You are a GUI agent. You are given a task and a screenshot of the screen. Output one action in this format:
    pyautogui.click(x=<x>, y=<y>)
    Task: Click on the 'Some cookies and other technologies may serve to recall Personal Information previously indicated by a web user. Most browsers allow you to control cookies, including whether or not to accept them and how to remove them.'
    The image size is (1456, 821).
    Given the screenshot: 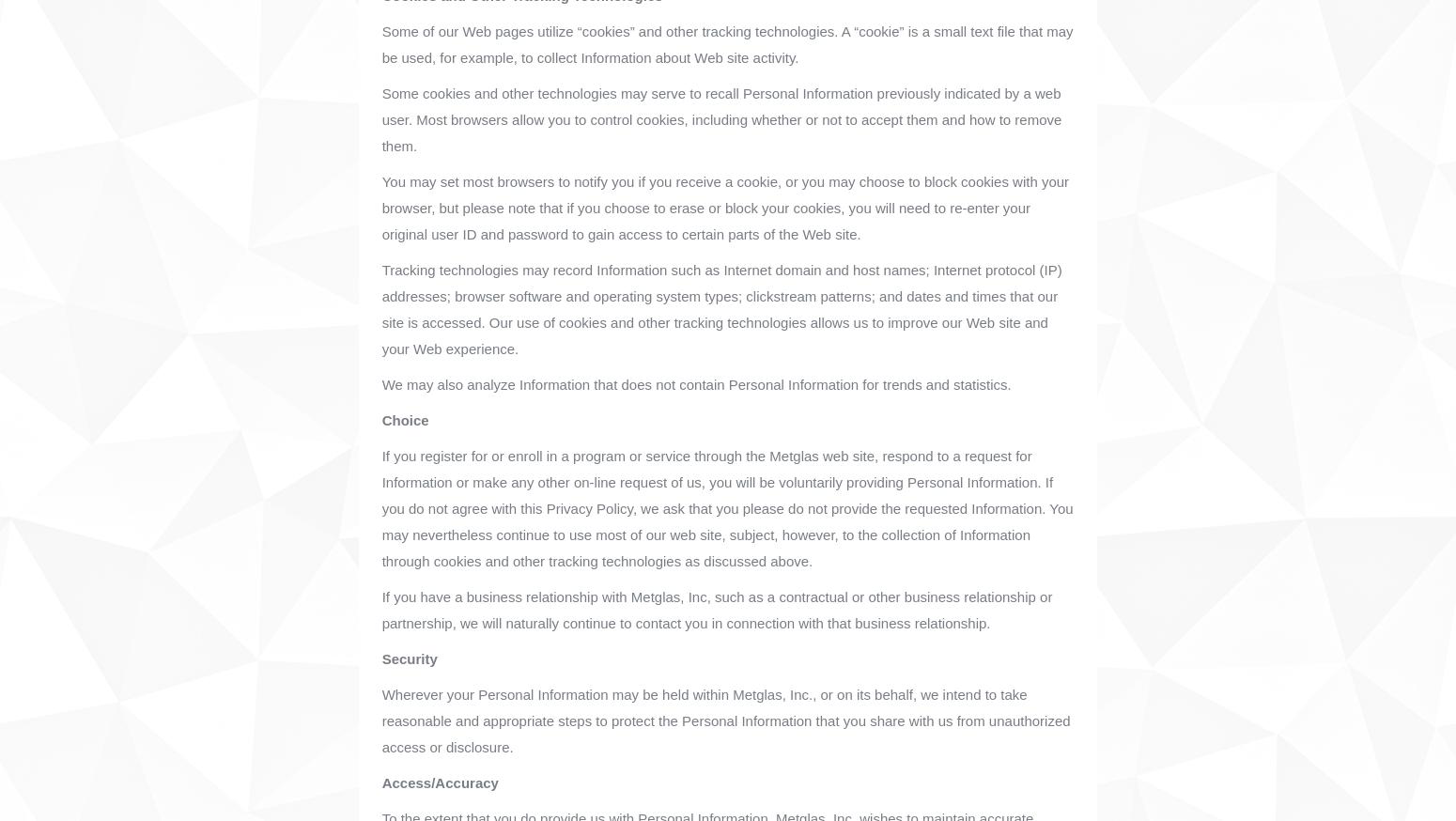 What is the action you would take?
    pyautogui.click(x=721, y=119)
    